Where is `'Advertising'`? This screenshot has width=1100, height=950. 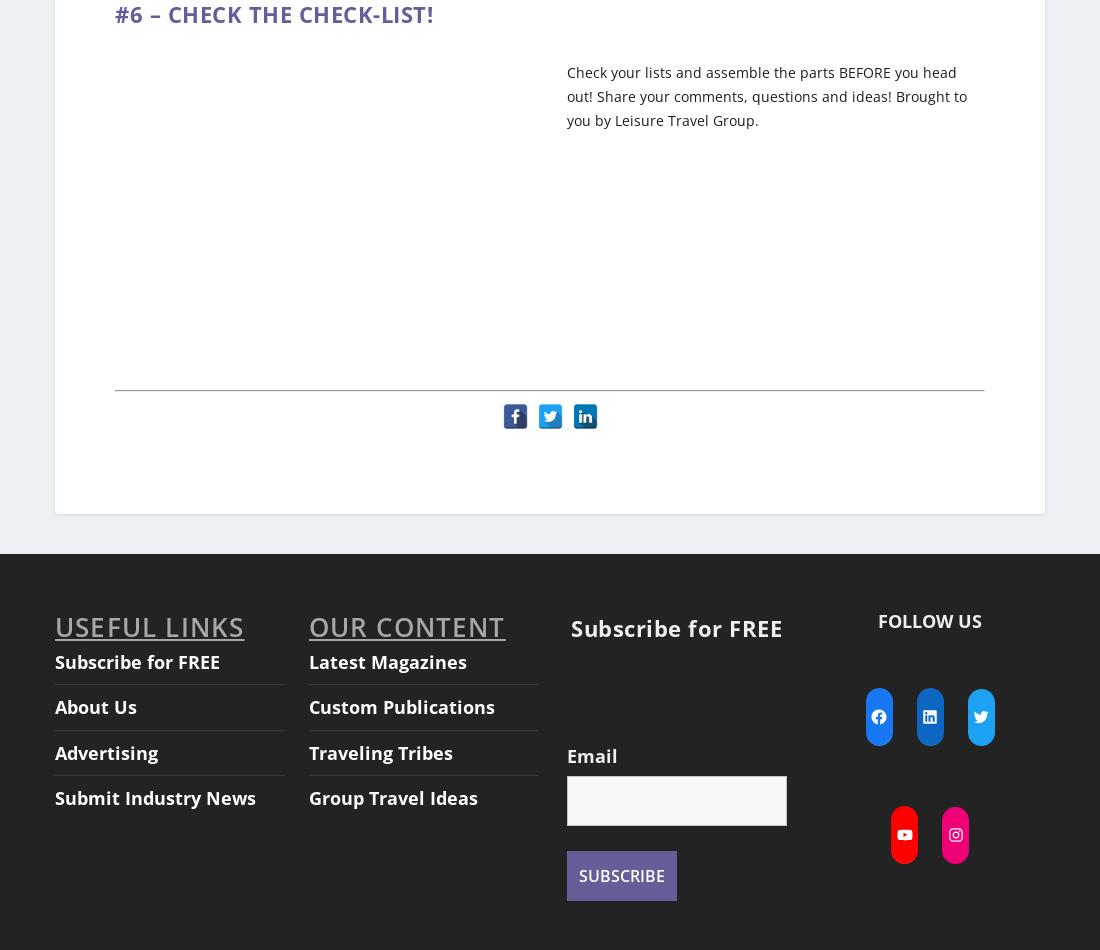 'Advertising' is located at coordinates (106, 732).